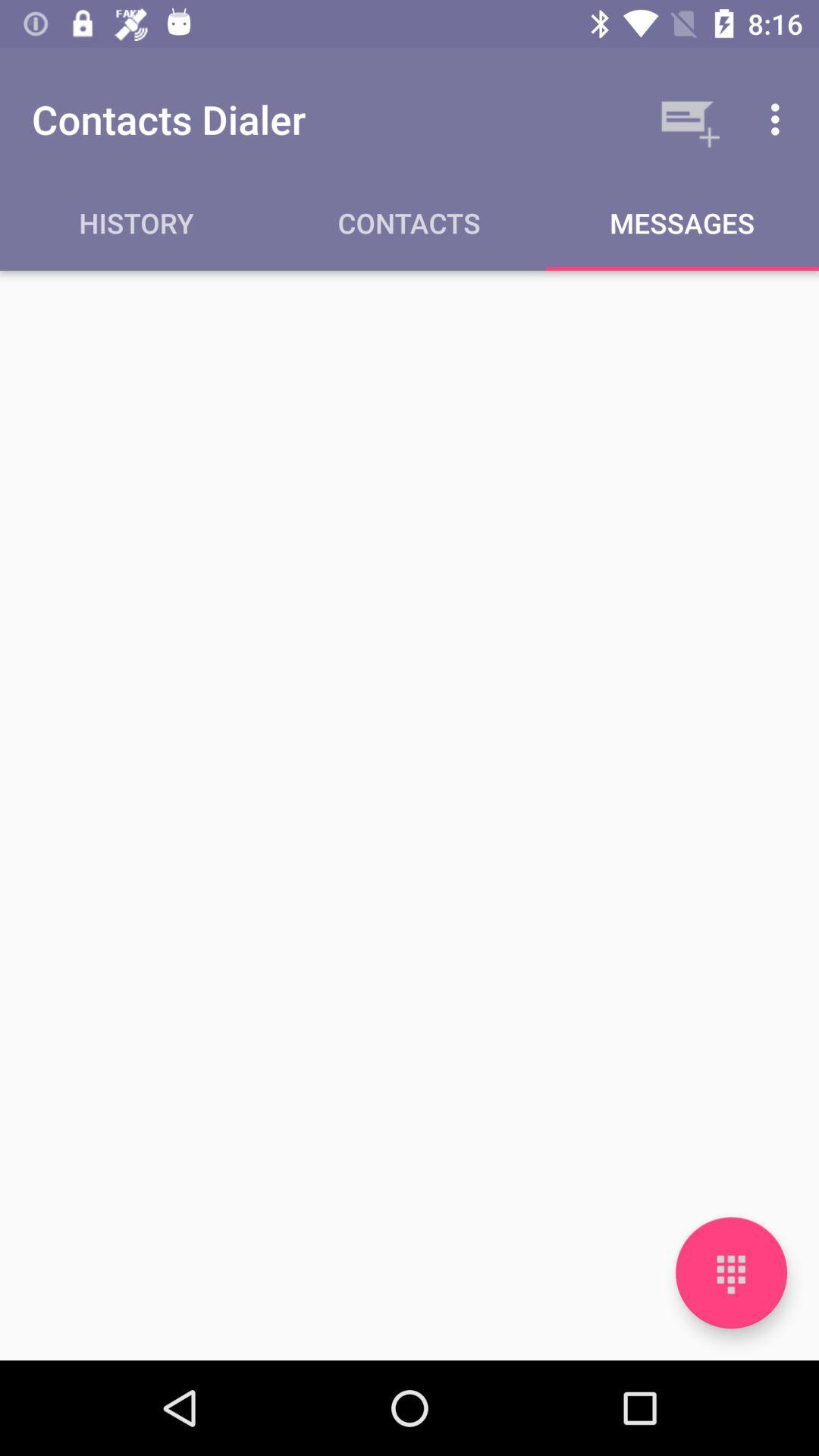  Describe the element at coordinates (779, 118) in the screenshot. I see `item above the messages` at that location.